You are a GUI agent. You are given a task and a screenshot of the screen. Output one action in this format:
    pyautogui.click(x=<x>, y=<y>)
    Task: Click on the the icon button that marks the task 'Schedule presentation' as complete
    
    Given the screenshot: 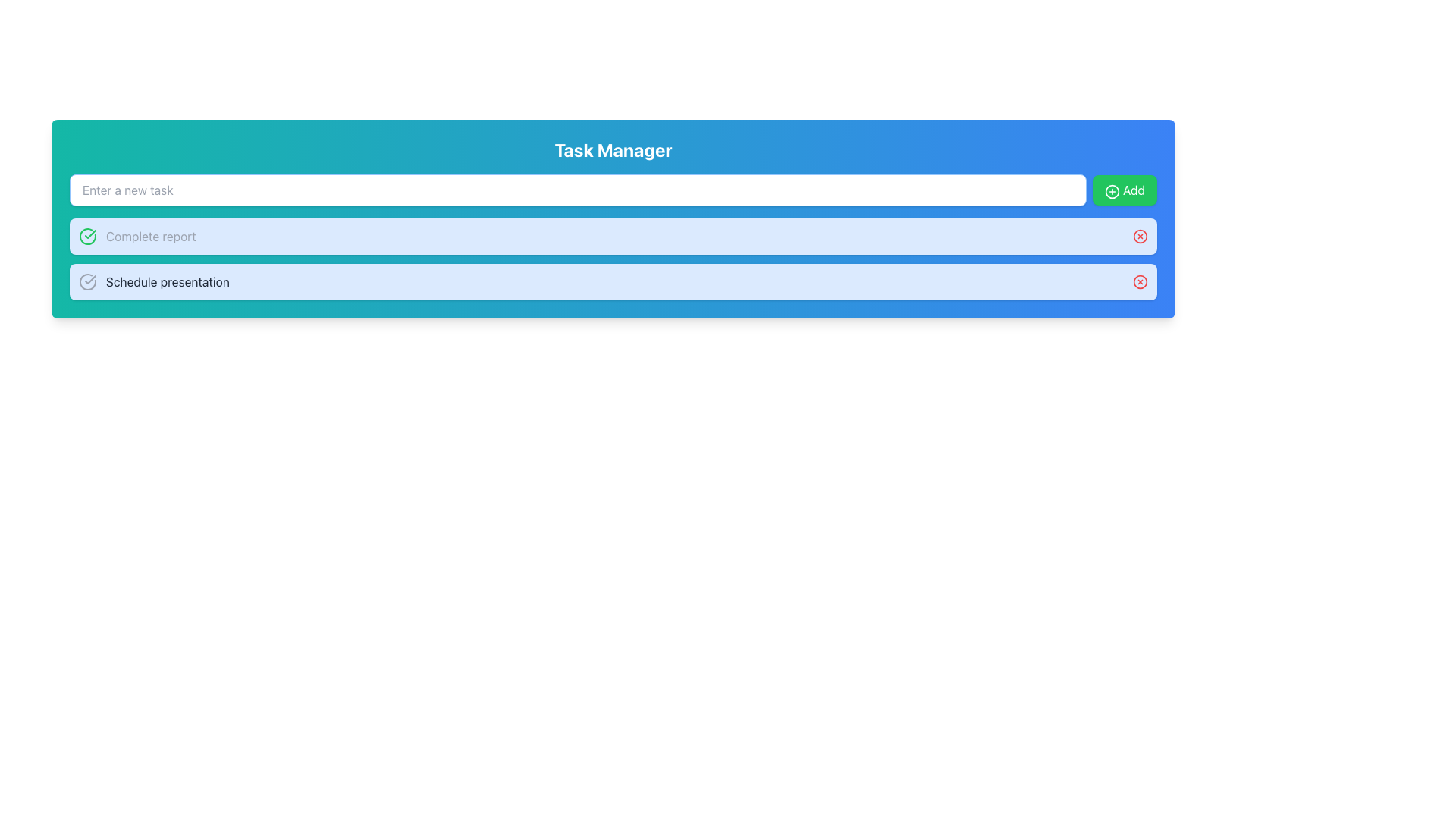 What is the action you would take?
    pyautogui.click(x=86, y=281)
    